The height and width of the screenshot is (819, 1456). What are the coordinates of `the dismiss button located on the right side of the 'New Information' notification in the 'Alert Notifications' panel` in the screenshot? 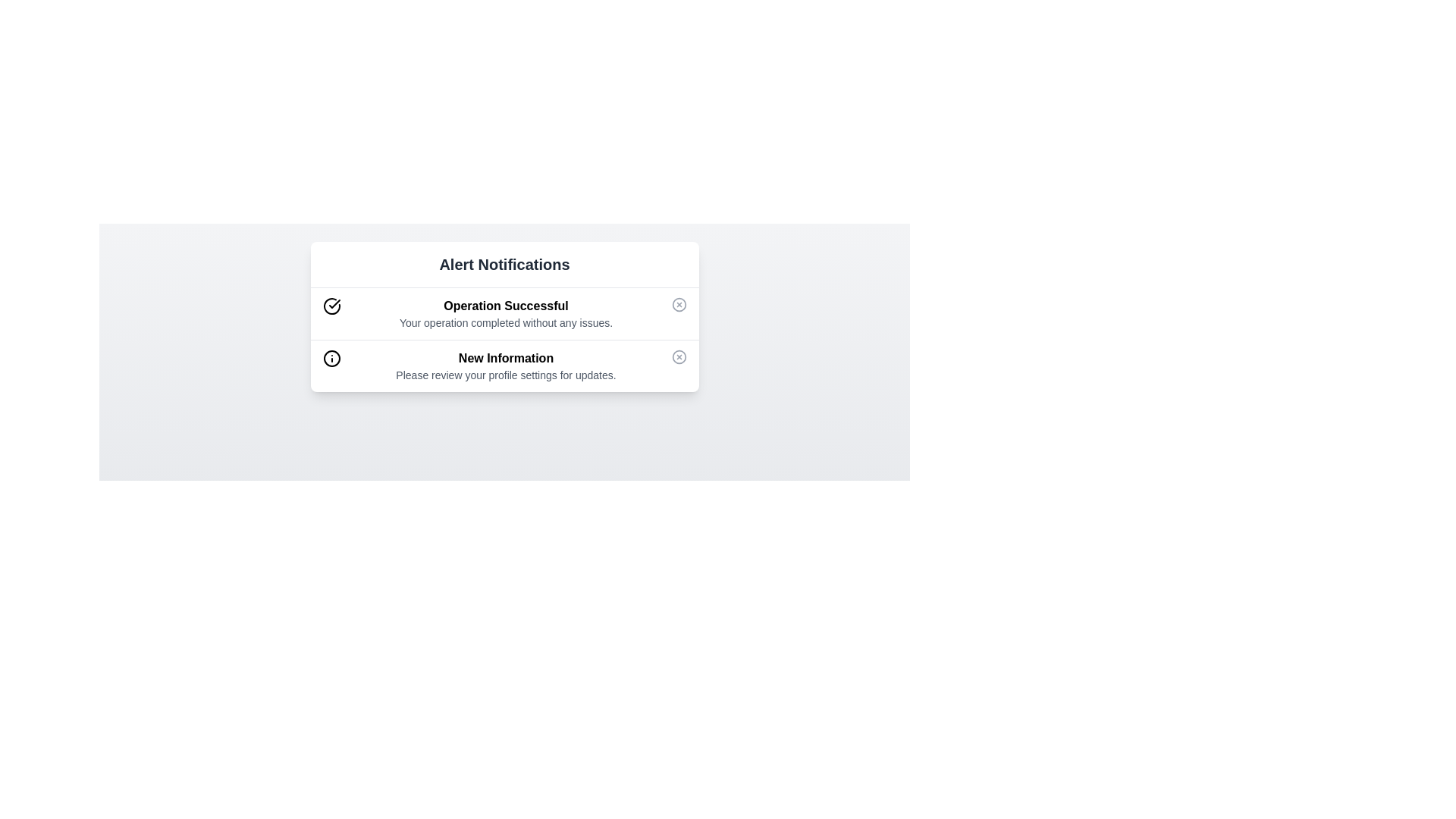 It's located at (678, 356).